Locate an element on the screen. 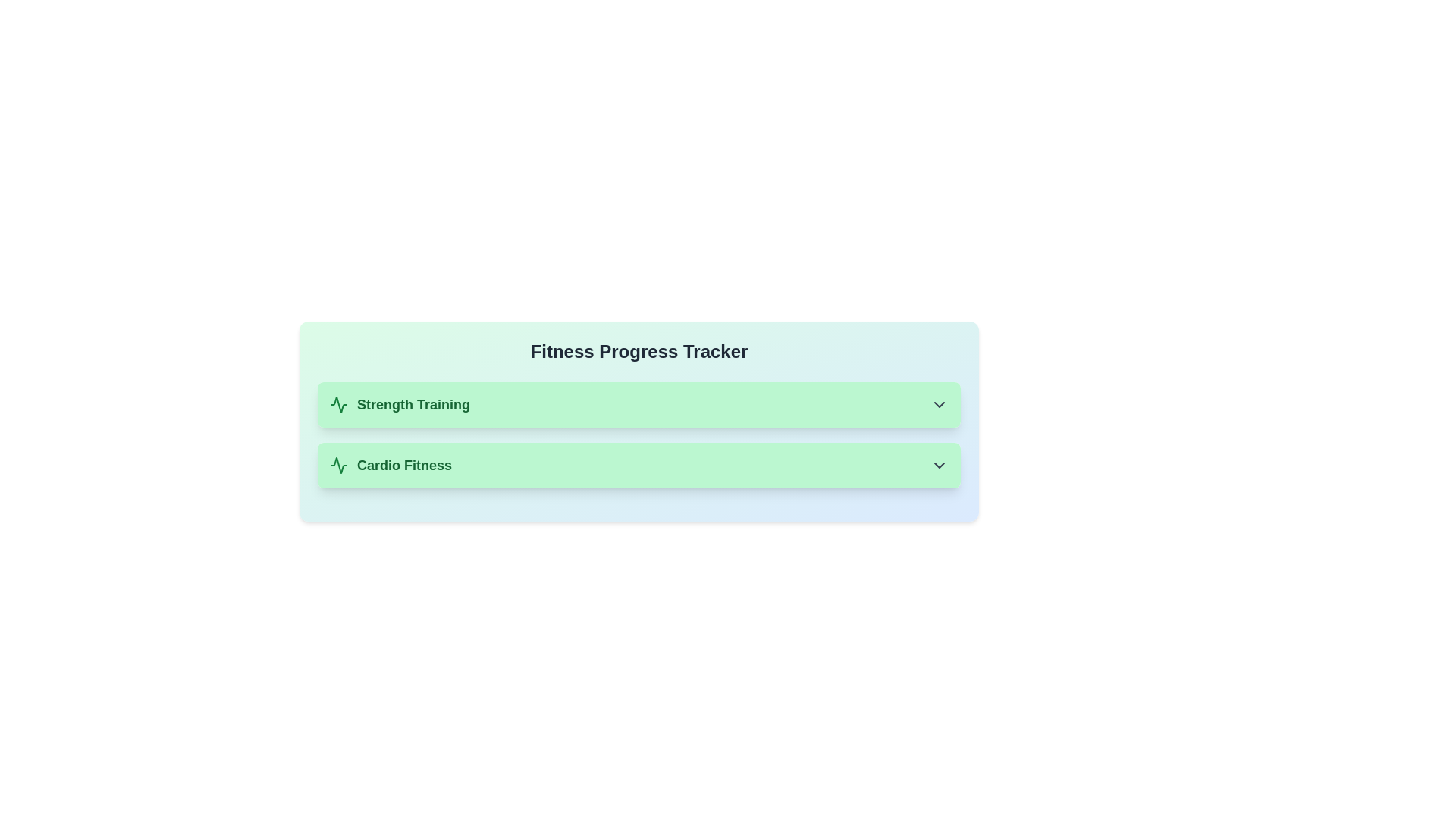 This screenshot has width=1456, height=819. the 'Strength Training' label with icon, which features bold green text and a green activity waveform icon, located at the top-left of a green card interface is located at coordinates (400, 403).